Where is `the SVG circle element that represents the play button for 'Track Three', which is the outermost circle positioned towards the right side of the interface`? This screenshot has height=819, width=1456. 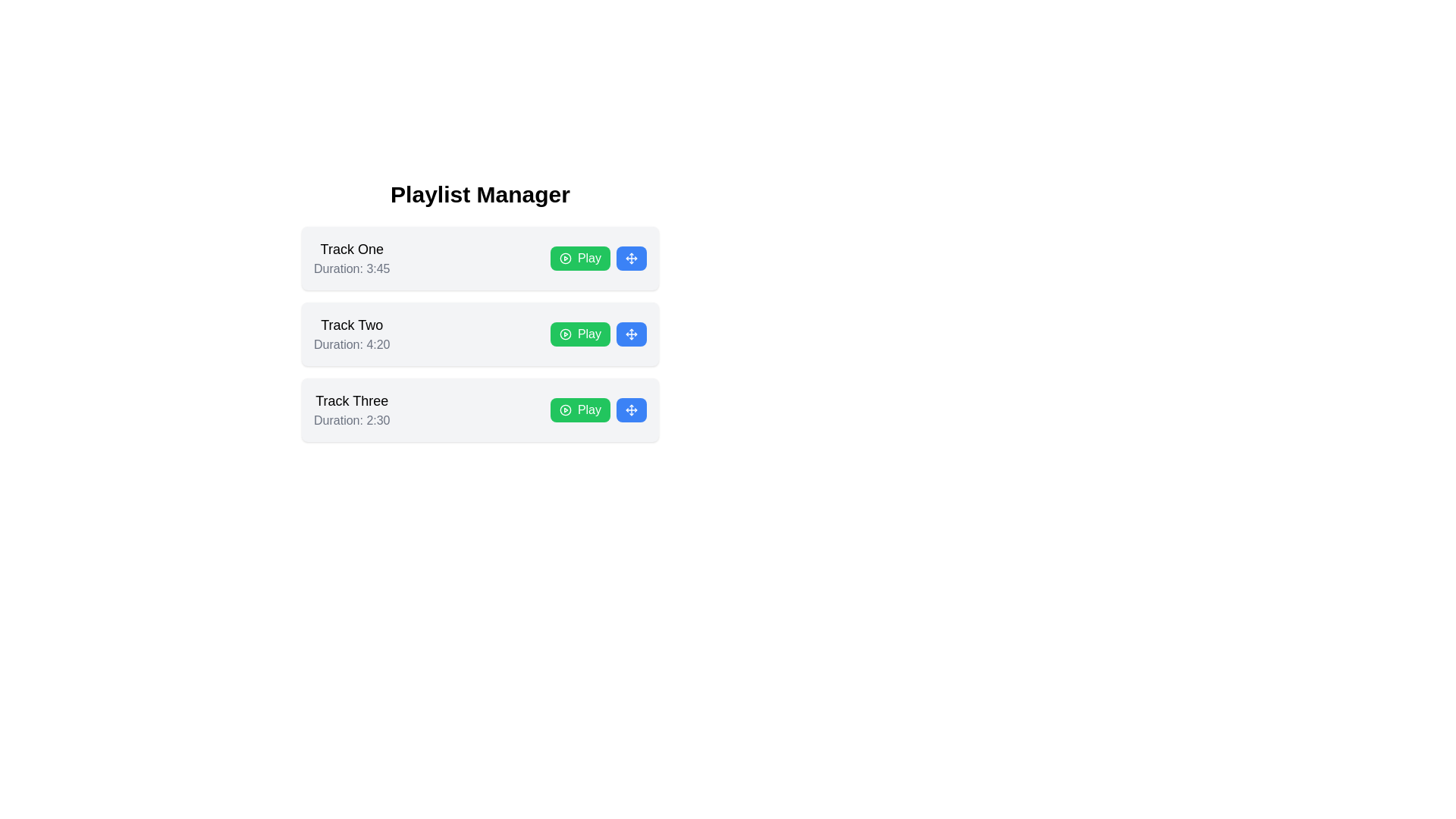
the SVG circle element that represents the play button for 'Track Three', which is the outermost circle positioned towards the right side of the interface is located at coordinates (564, 409).